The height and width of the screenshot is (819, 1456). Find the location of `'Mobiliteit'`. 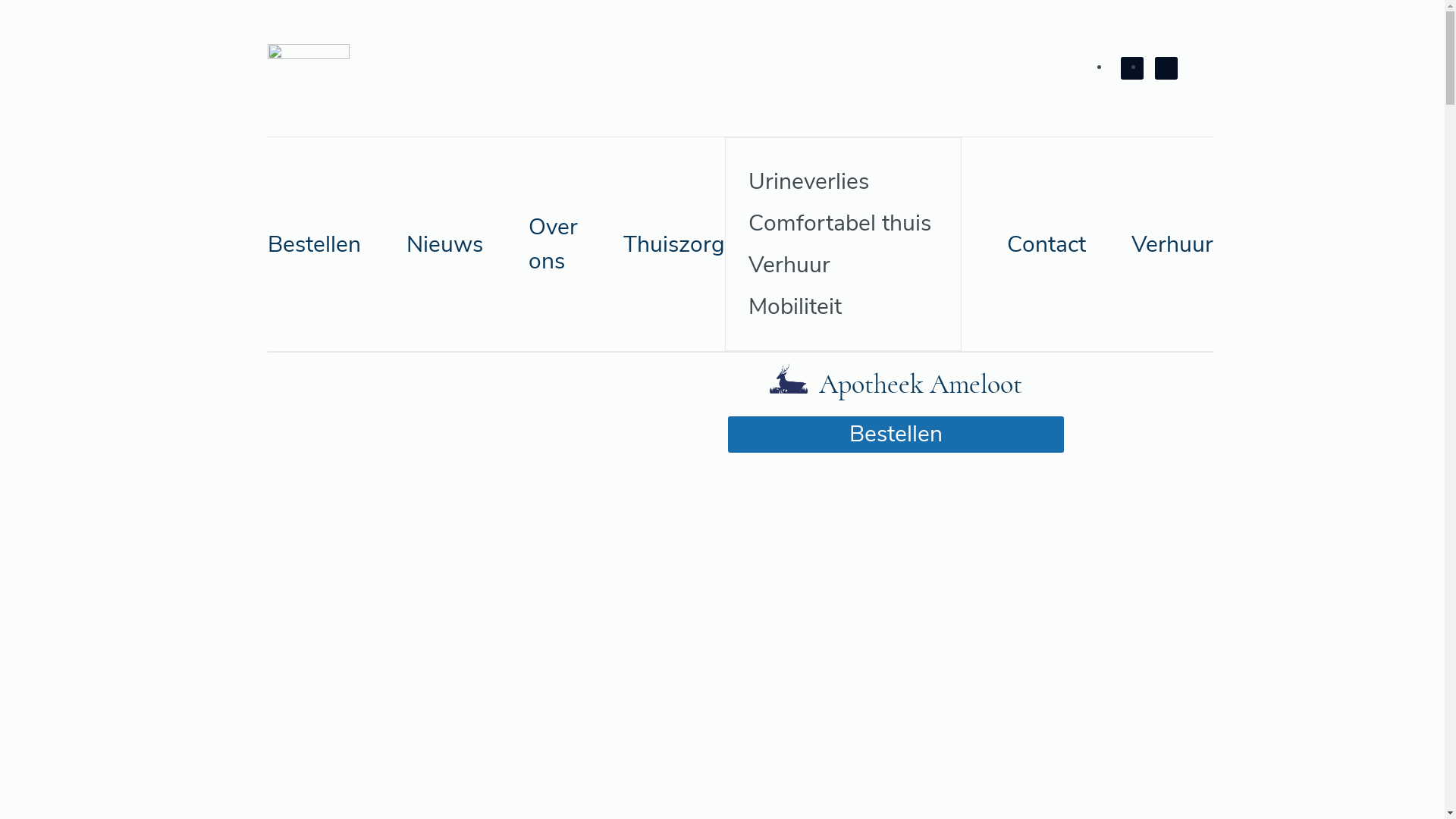

'Mobiliteit' is located at coordinates (747, 306).